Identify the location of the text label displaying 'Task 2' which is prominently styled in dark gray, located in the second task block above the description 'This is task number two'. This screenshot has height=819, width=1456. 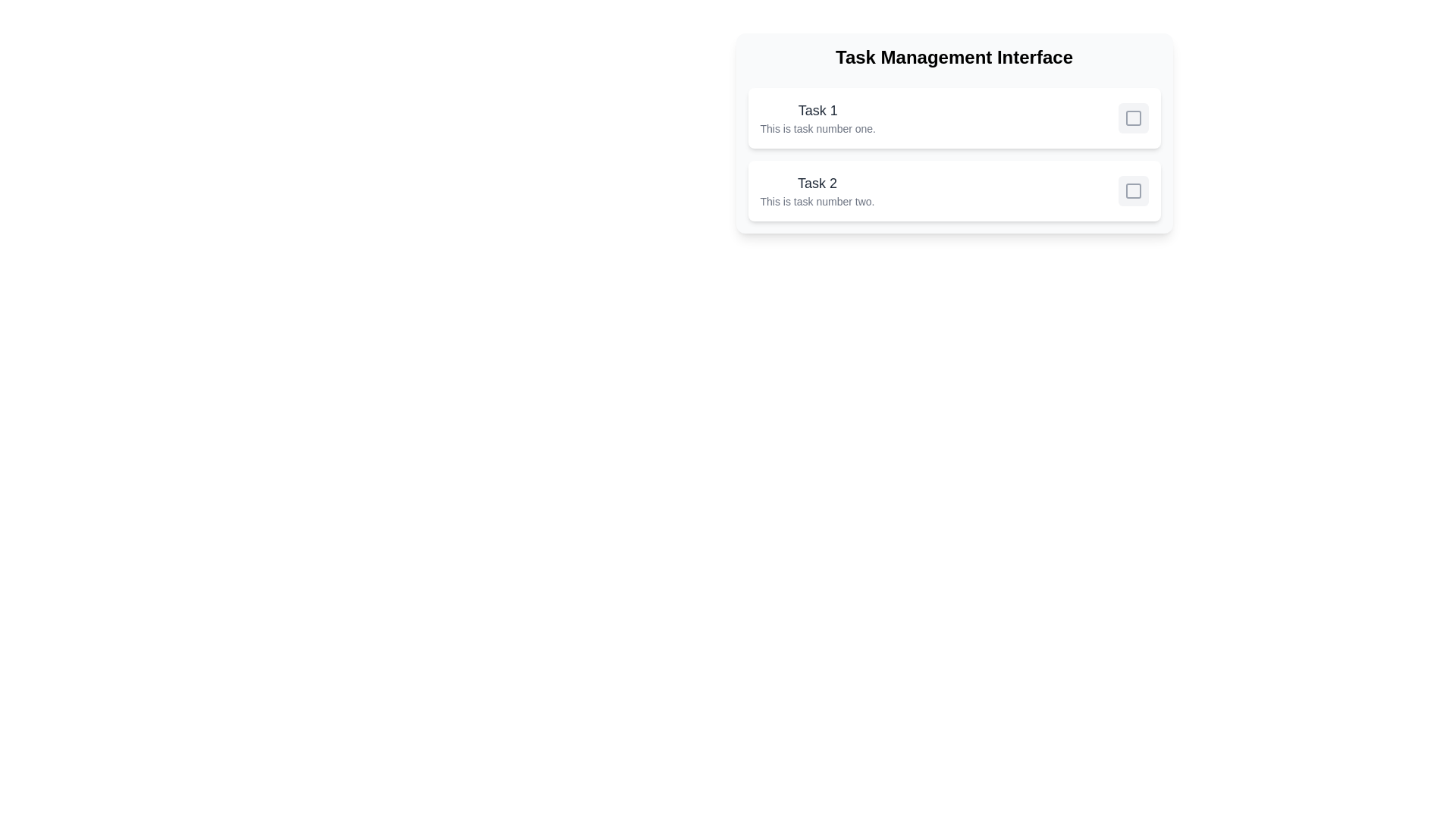
(816, 183).